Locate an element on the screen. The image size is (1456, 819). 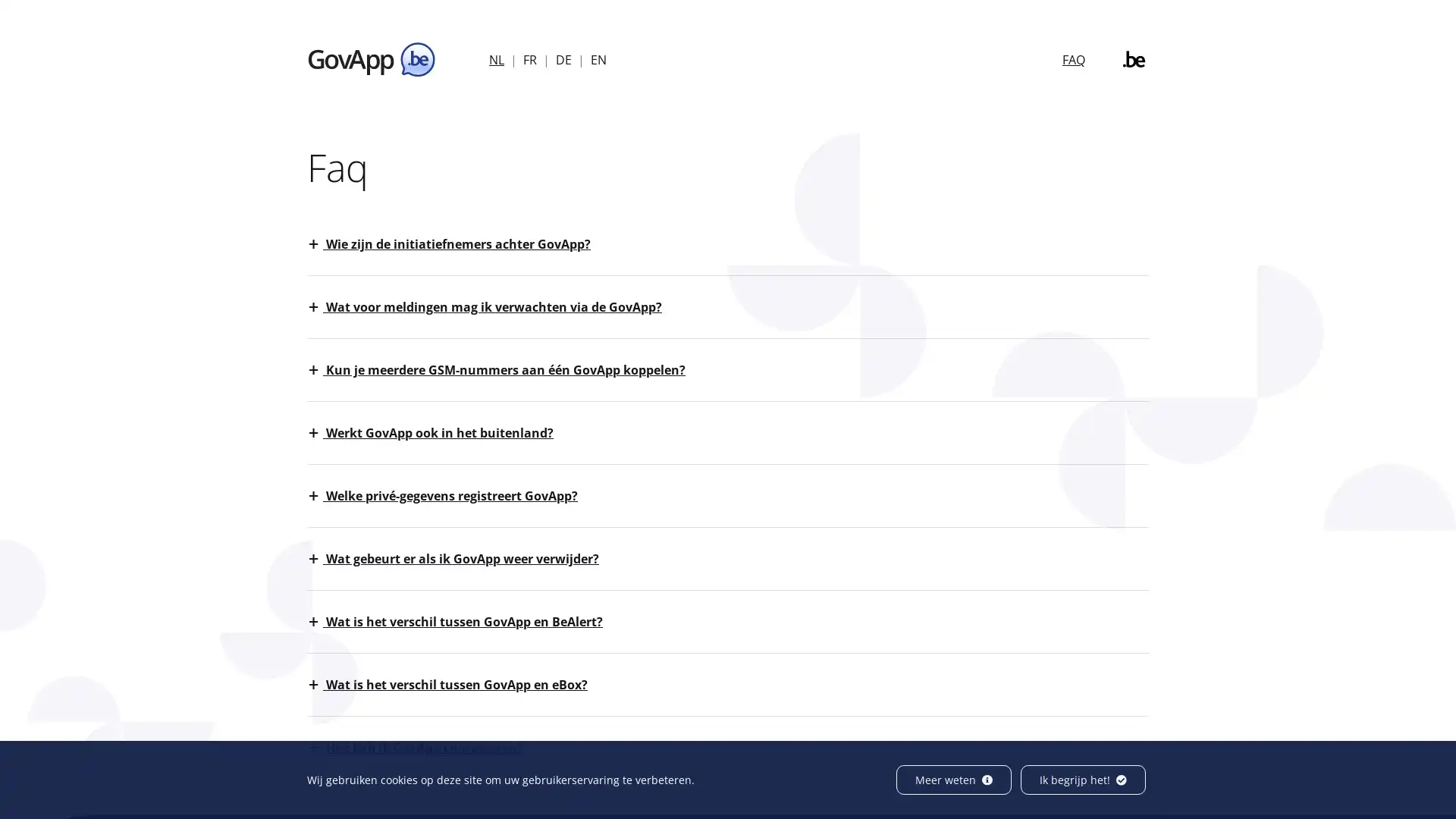
+ Wat voor meldingen mag ik verwachten via de GovApp? is located at coordinates (494, 307).